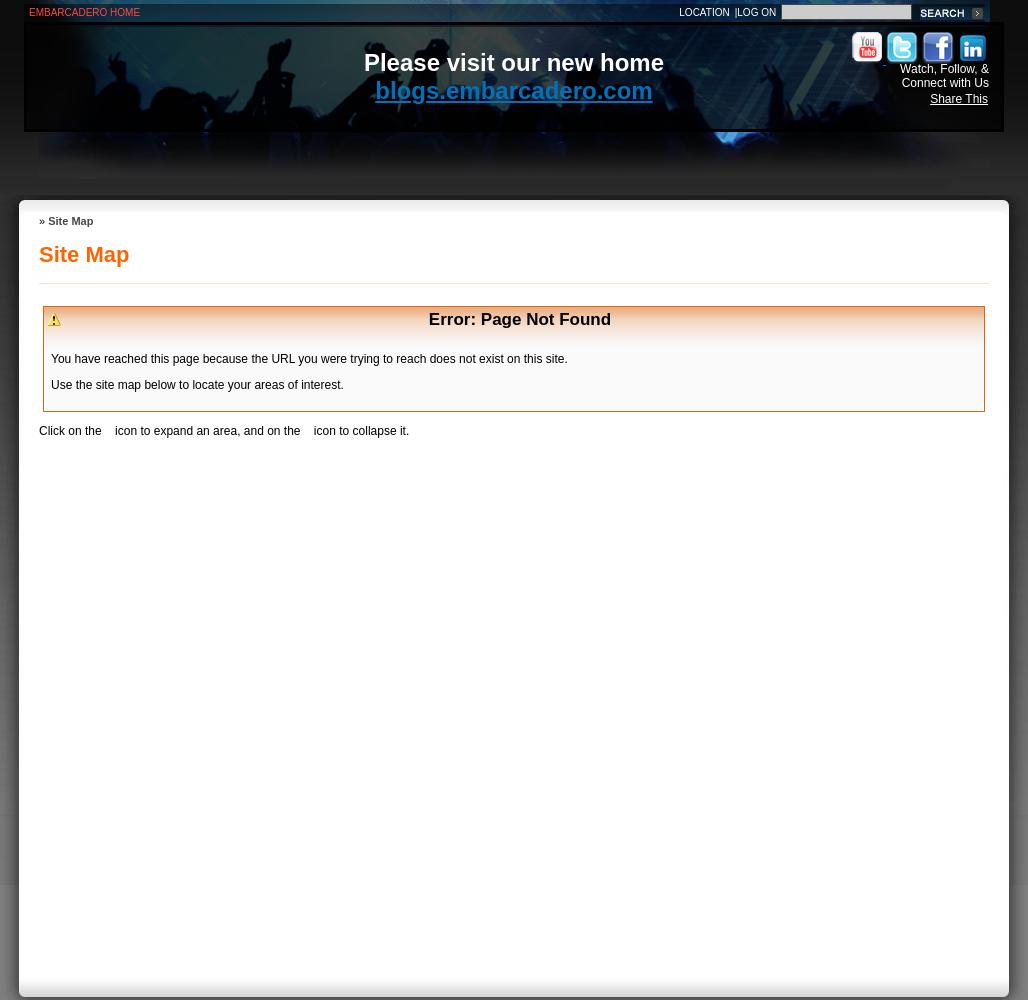  What do you see at coordinates (70, 431) in the screenshot?
I see `'Click on the'` at bounding box center [70, 431].